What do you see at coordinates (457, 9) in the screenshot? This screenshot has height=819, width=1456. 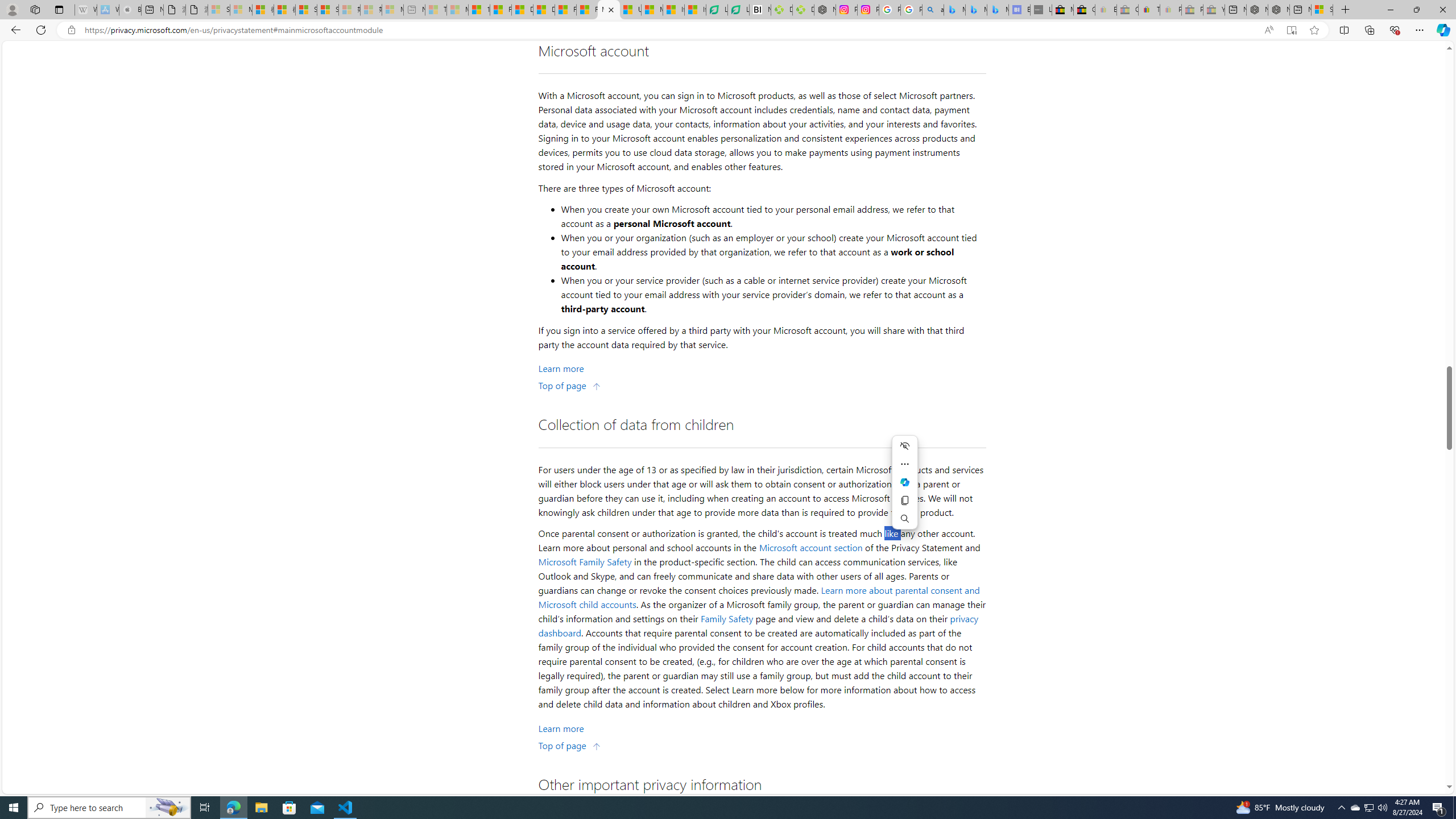 I see `'Marine life - MSN - Sleeping'` at bounding box center [457, 9].